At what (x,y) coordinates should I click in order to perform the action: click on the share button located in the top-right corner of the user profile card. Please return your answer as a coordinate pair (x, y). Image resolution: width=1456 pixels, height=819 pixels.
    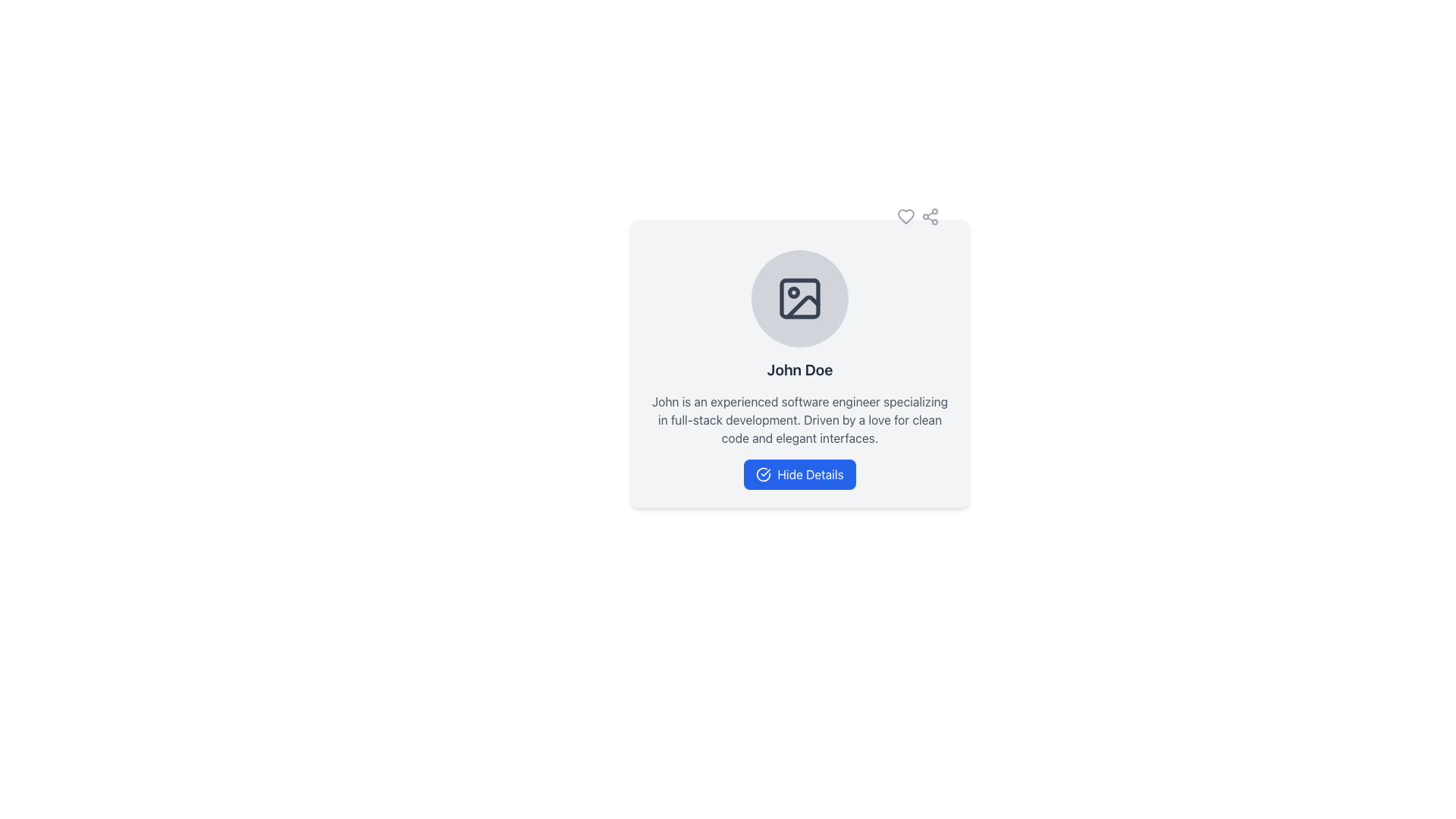
    Looking at the image, I should click on (930, 216).